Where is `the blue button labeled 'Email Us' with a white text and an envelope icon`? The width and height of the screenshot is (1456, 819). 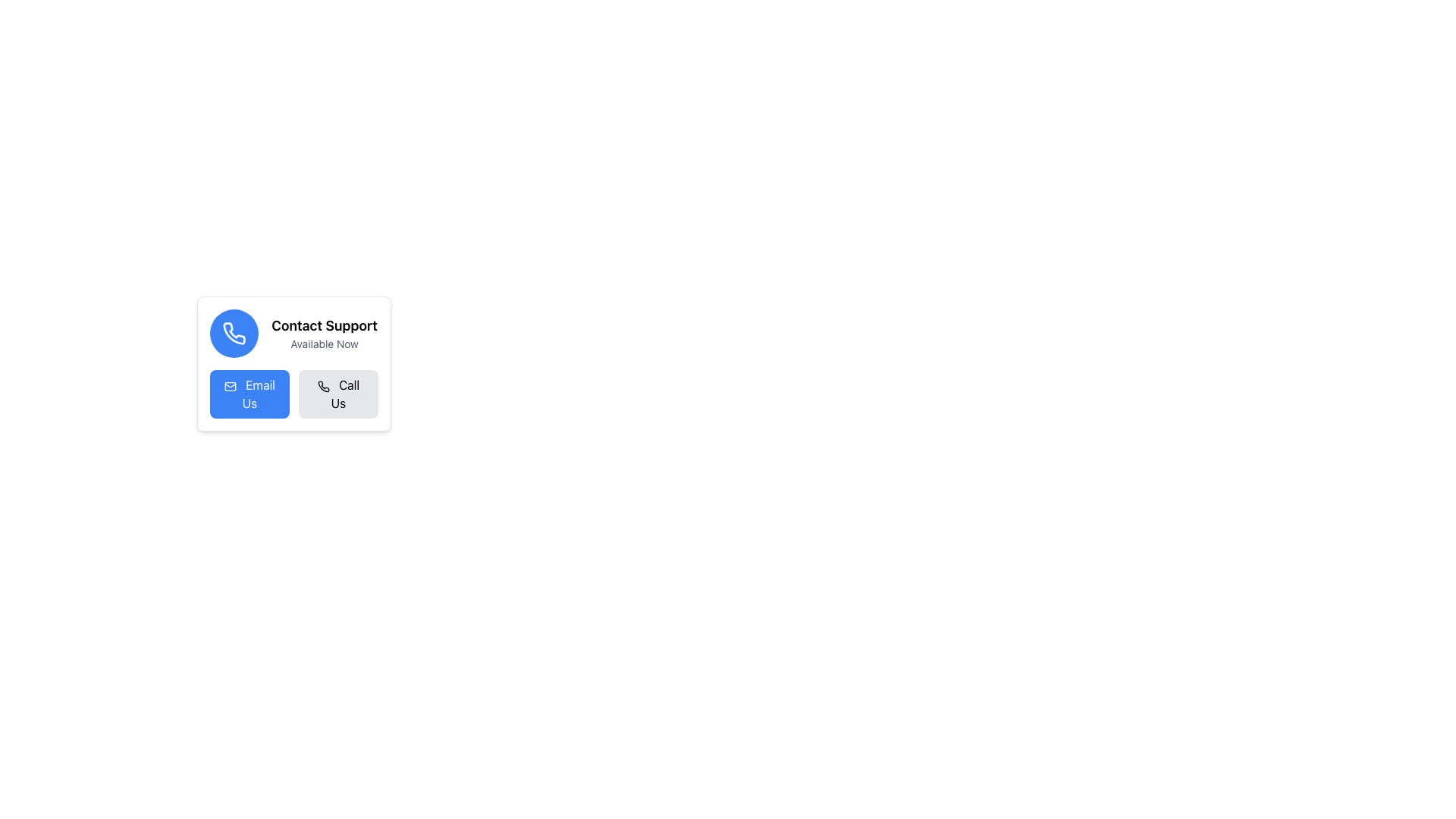
the blue button labeled 'Email Us' with a white text and an envelope icon is located at coordinates (249, 394).